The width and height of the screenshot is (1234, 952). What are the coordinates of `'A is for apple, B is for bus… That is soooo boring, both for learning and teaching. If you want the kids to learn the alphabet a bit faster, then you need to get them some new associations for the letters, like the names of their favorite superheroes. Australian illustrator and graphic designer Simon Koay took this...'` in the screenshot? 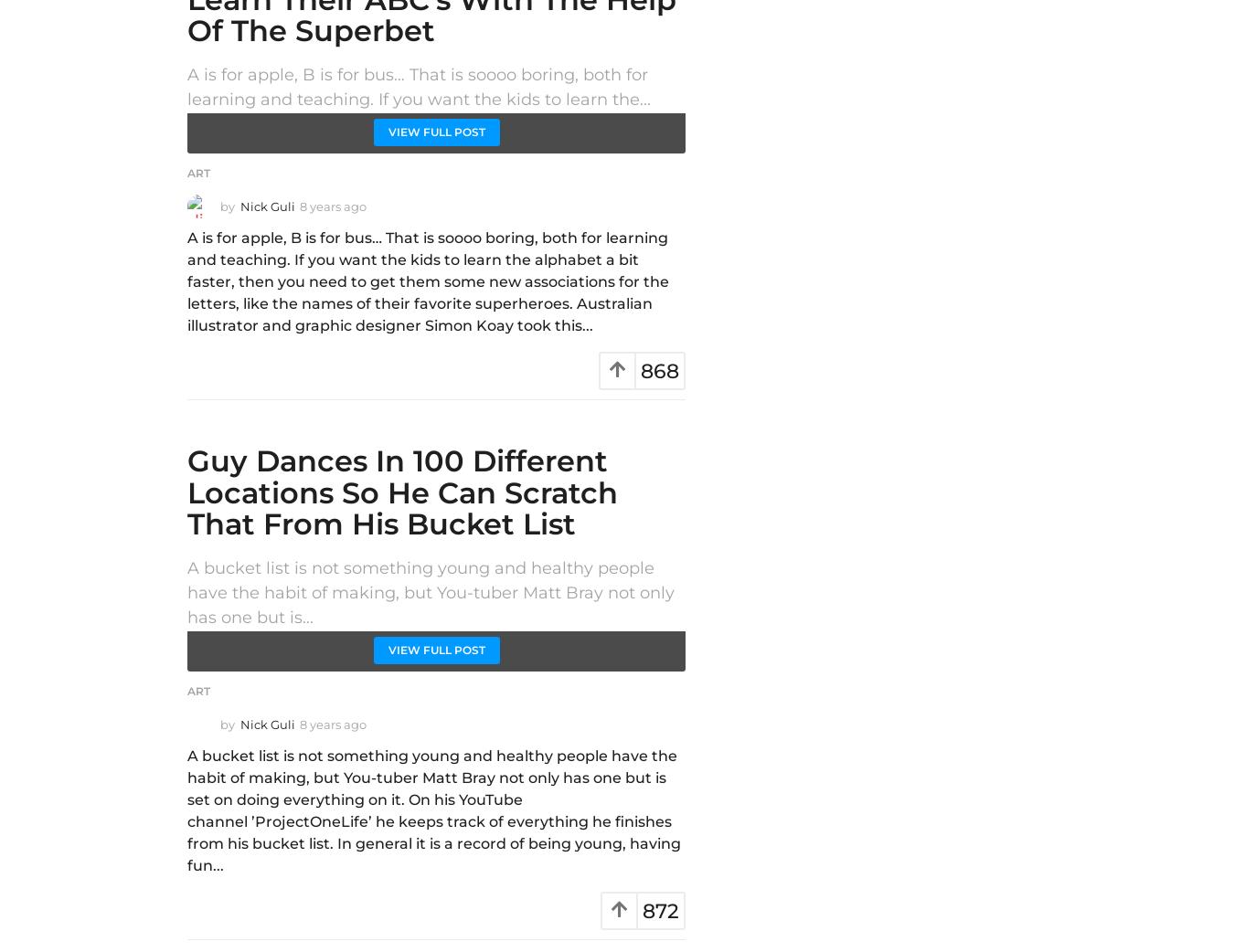 It's located at (187, 281).